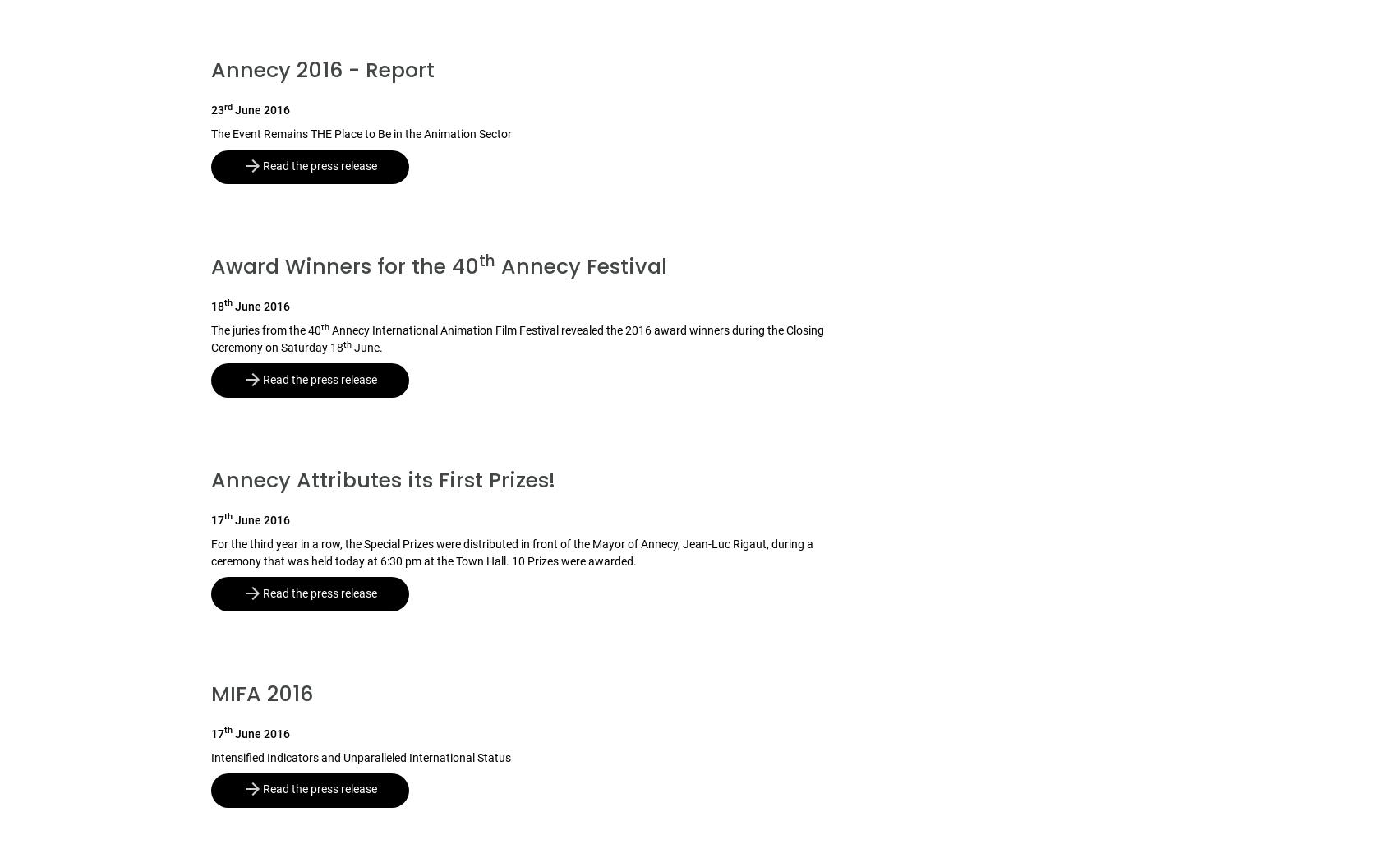 The image size is (1400, 863). What do you see at coordinates (366, 347) in the screenshot?
I see `'June.'` at bounding box center [366, 347].